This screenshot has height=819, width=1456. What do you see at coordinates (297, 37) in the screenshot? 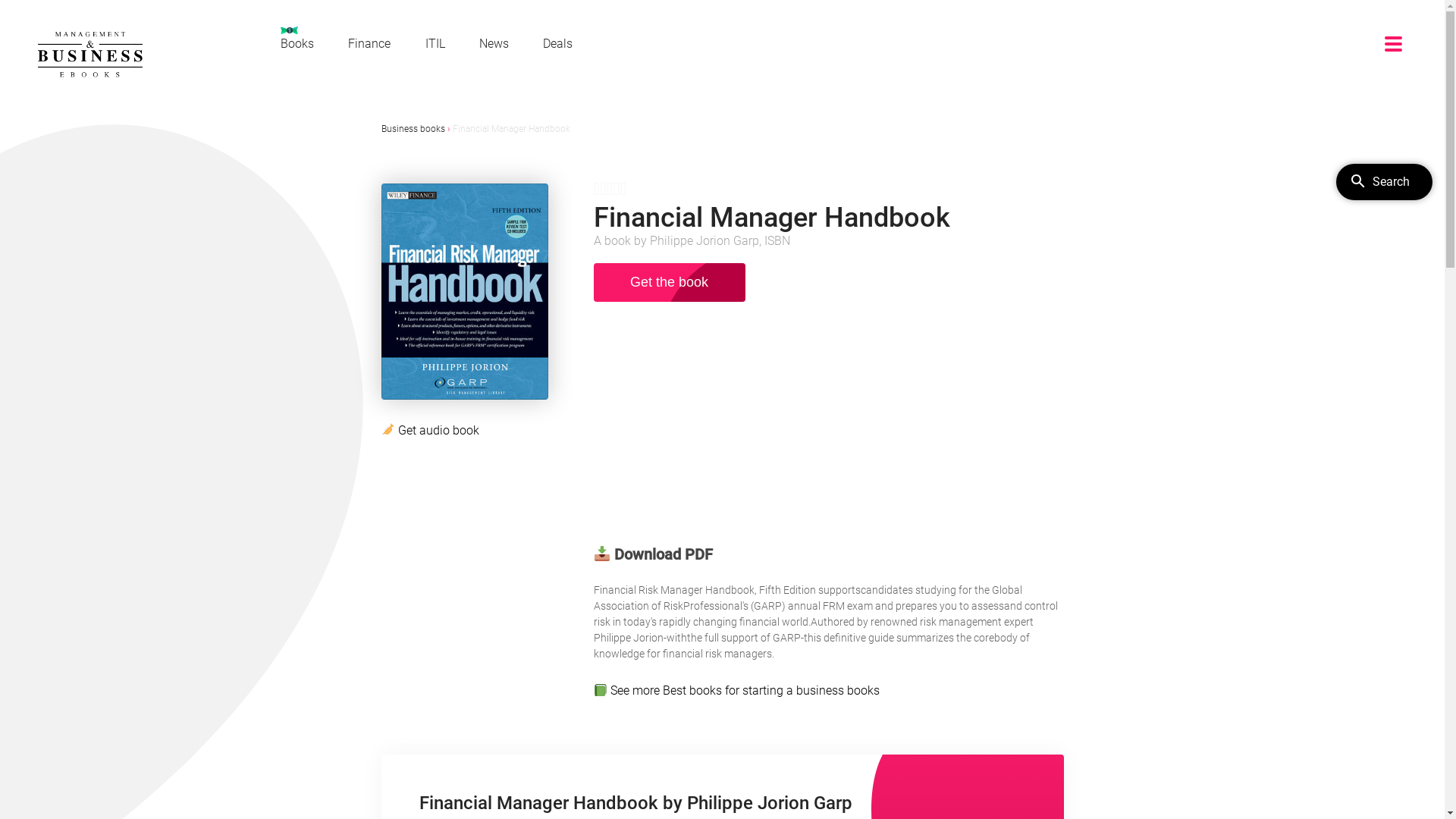
I see `'Books'` at bounding box center [297, 37].